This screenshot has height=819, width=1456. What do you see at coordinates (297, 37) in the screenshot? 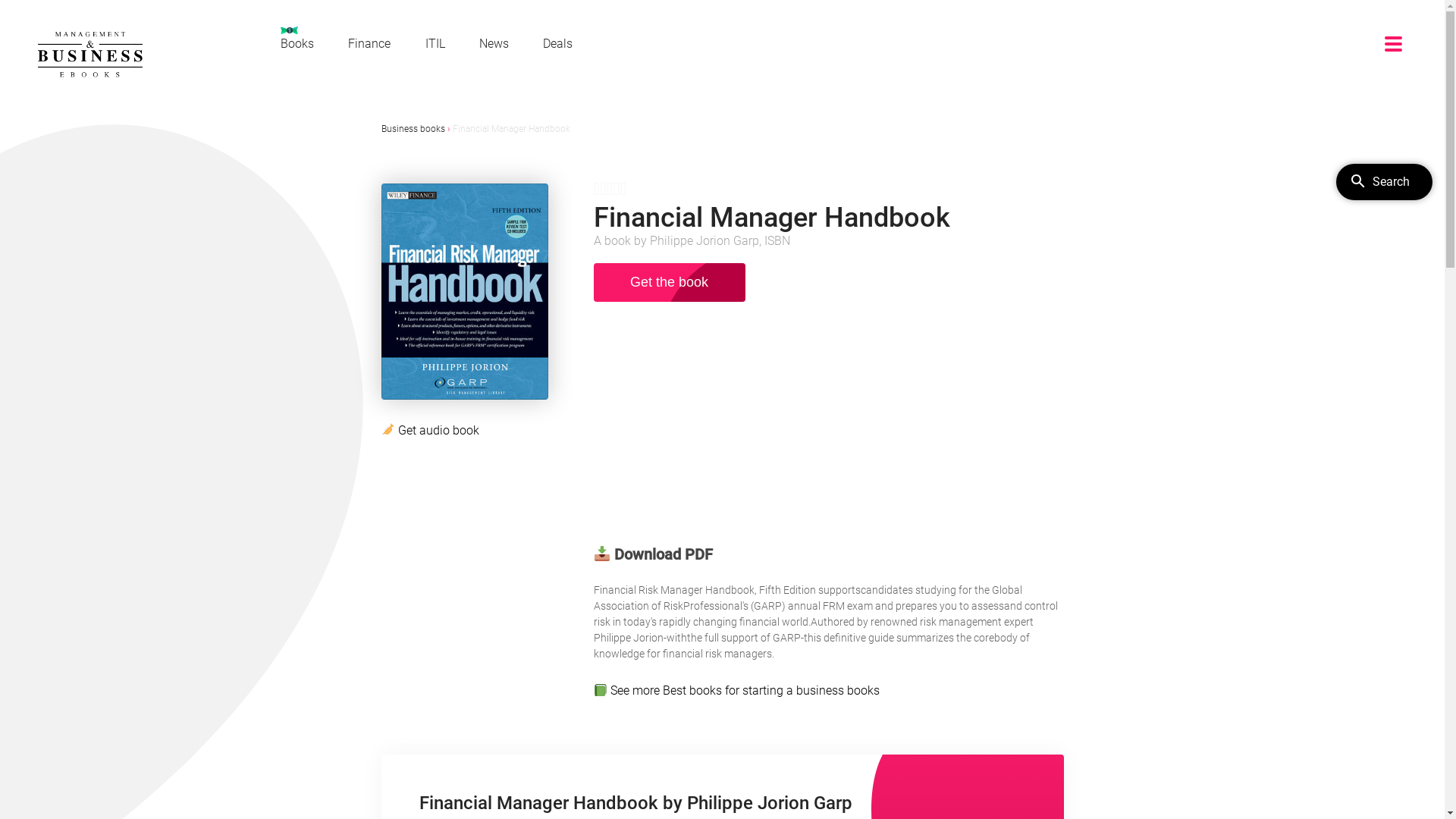
I see `'Books'` at bounding box center [297, 37].